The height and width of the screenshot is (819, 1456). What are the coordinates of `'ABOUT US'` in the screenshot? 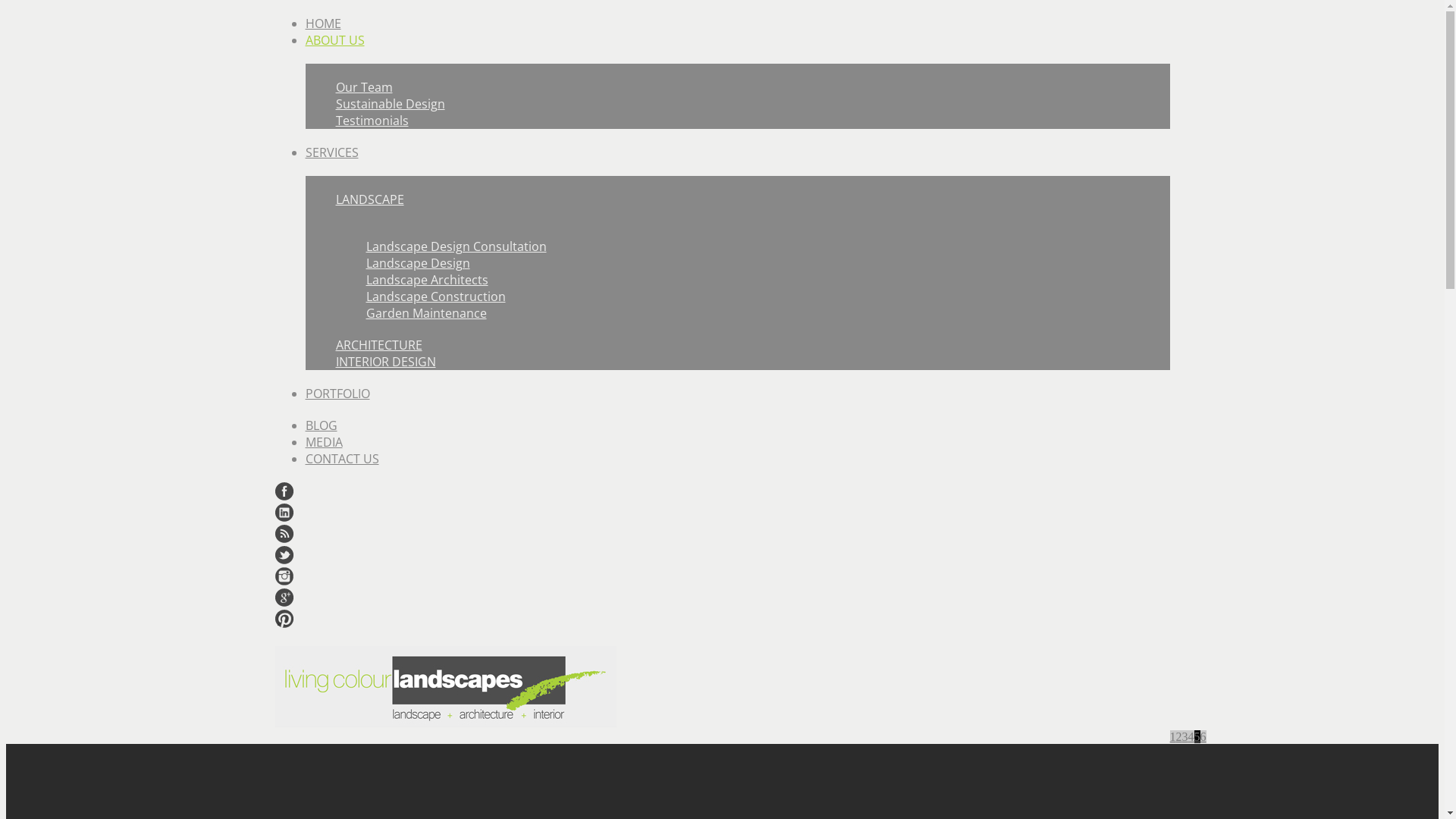 It's located at (334, 39).